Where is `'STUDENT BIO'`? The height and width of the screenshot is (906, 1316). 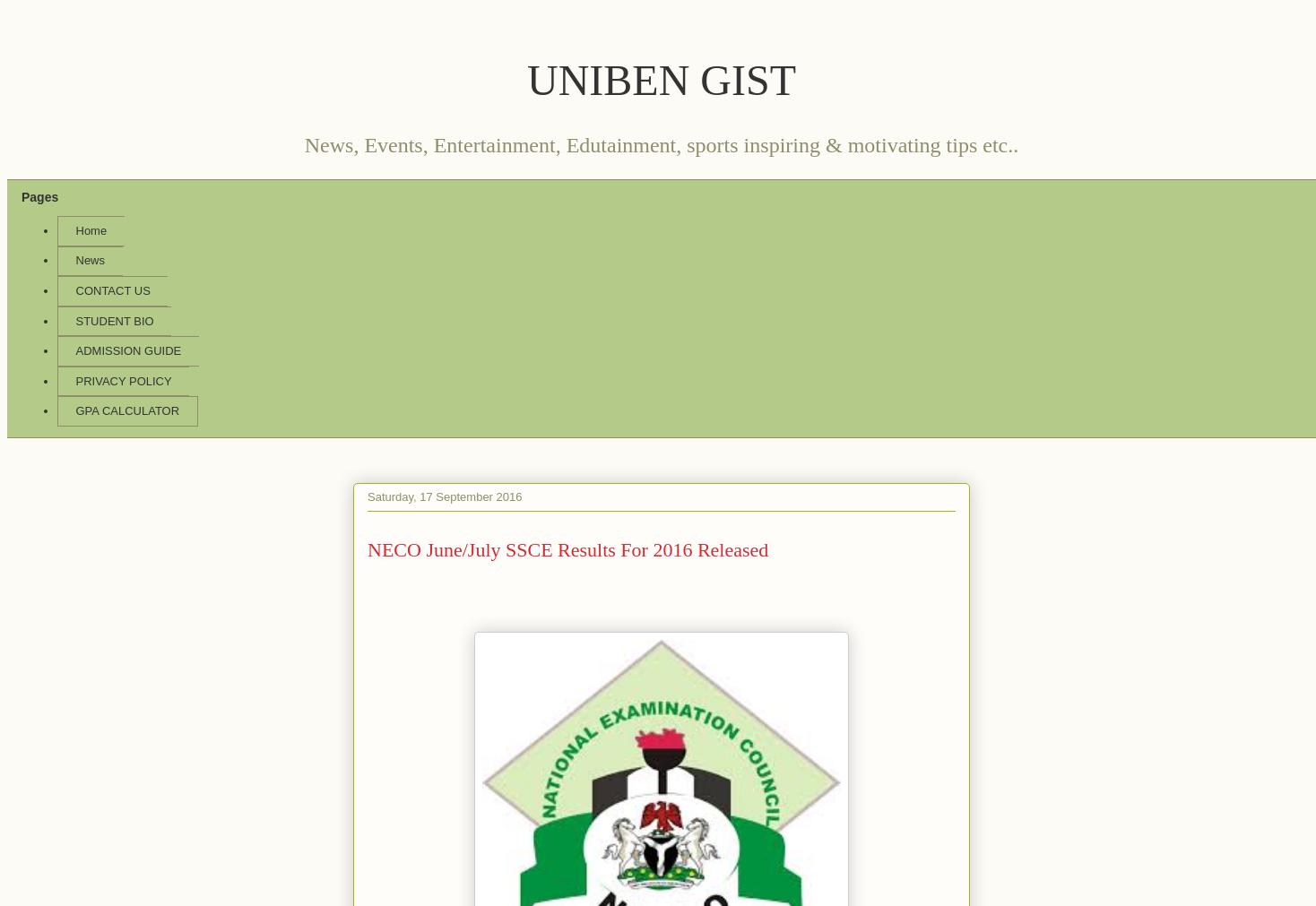 'STUDENT BIO' is located at coordinates (74, 319).